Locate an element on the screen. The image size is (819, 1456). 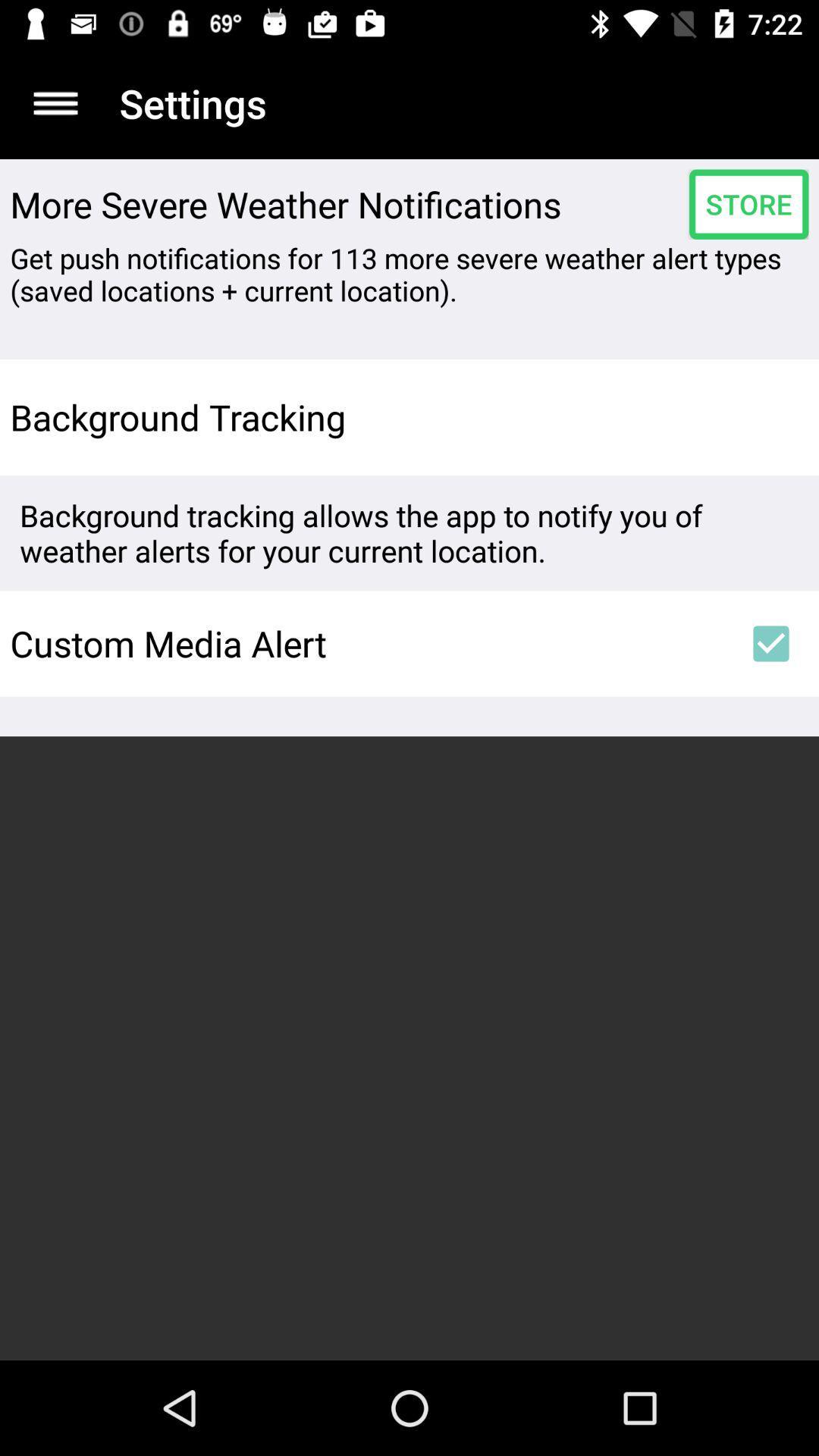
the item below the get push notifications is located at coordinates (771, 417).